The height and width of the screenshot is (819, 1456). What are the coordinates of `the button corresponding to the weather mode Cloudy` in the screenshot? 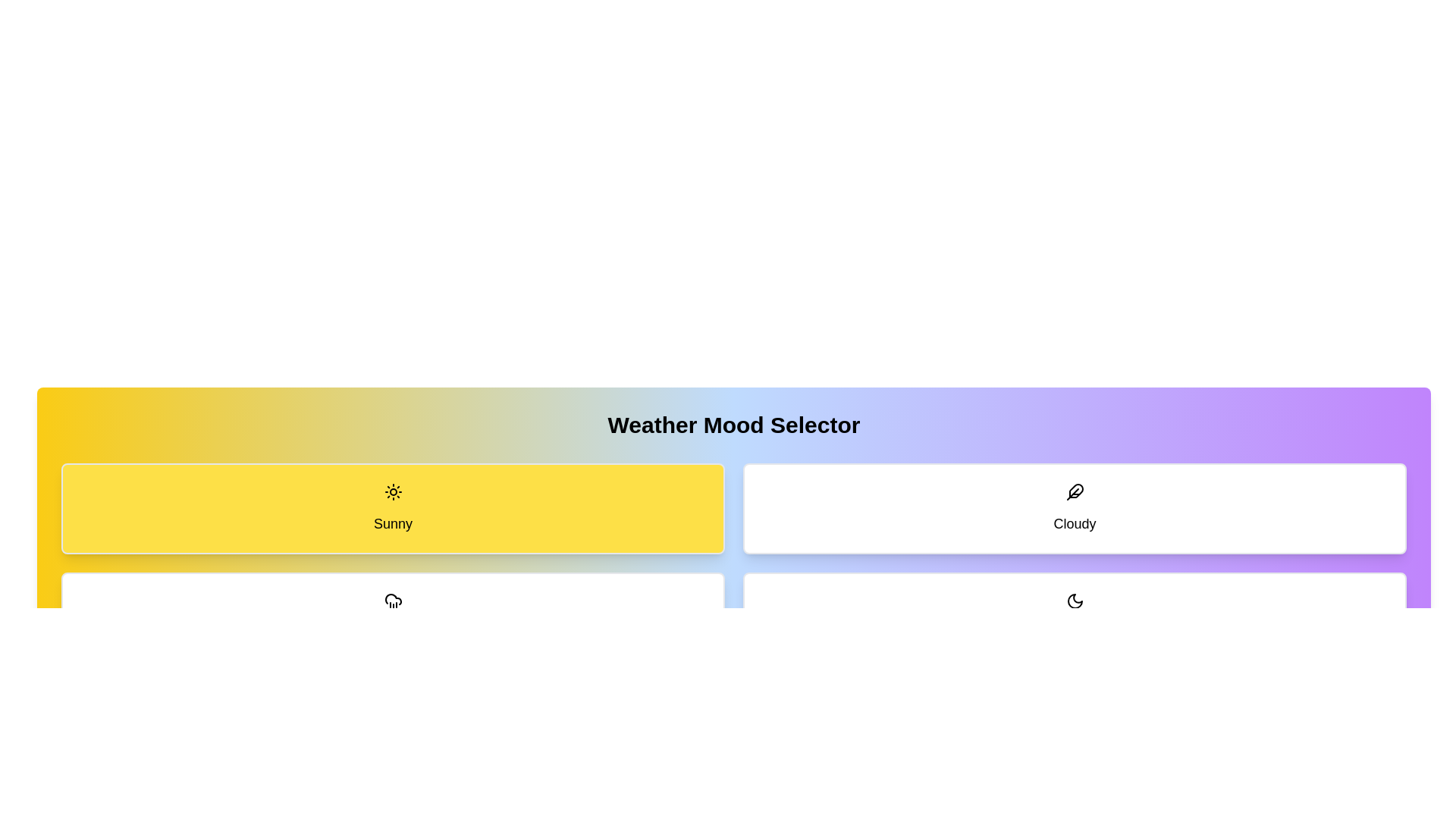 It's located at (1074, 509).